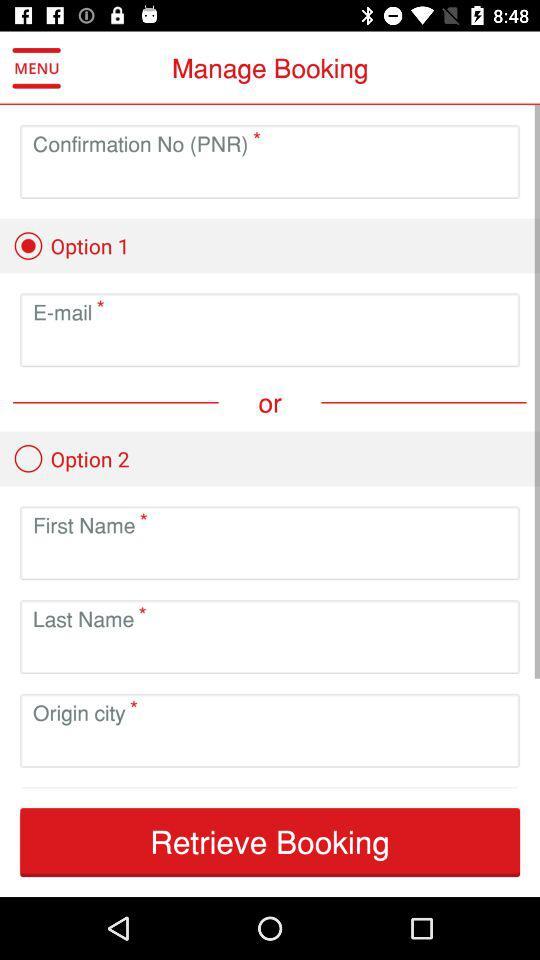 This screenshot has width=540, height=960. I want to click on the last name, so click(270, 651).